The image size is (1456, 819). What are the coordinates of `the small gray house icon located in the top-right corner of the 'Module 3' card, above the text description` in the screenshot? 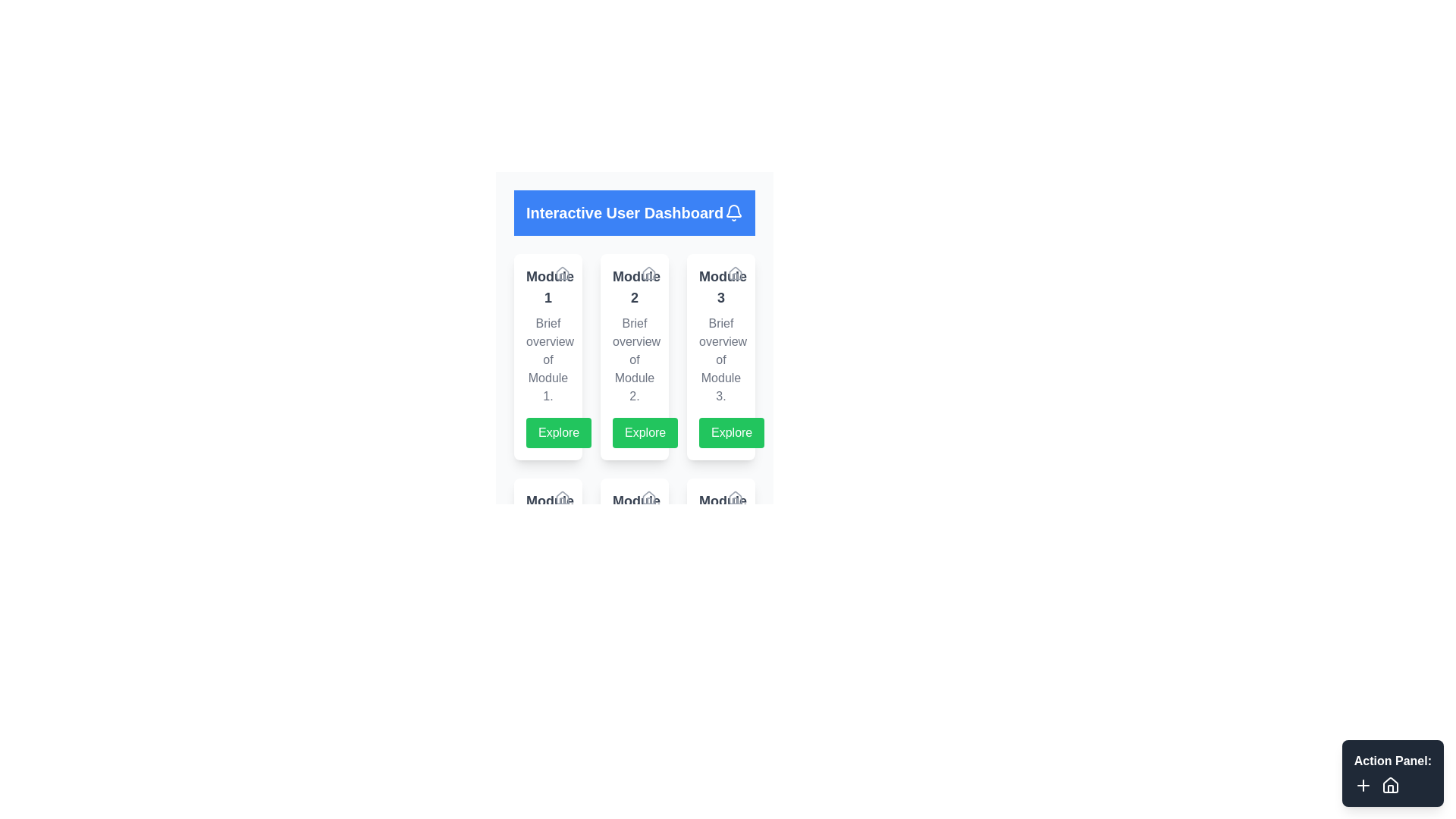 It's located at (735, 271).